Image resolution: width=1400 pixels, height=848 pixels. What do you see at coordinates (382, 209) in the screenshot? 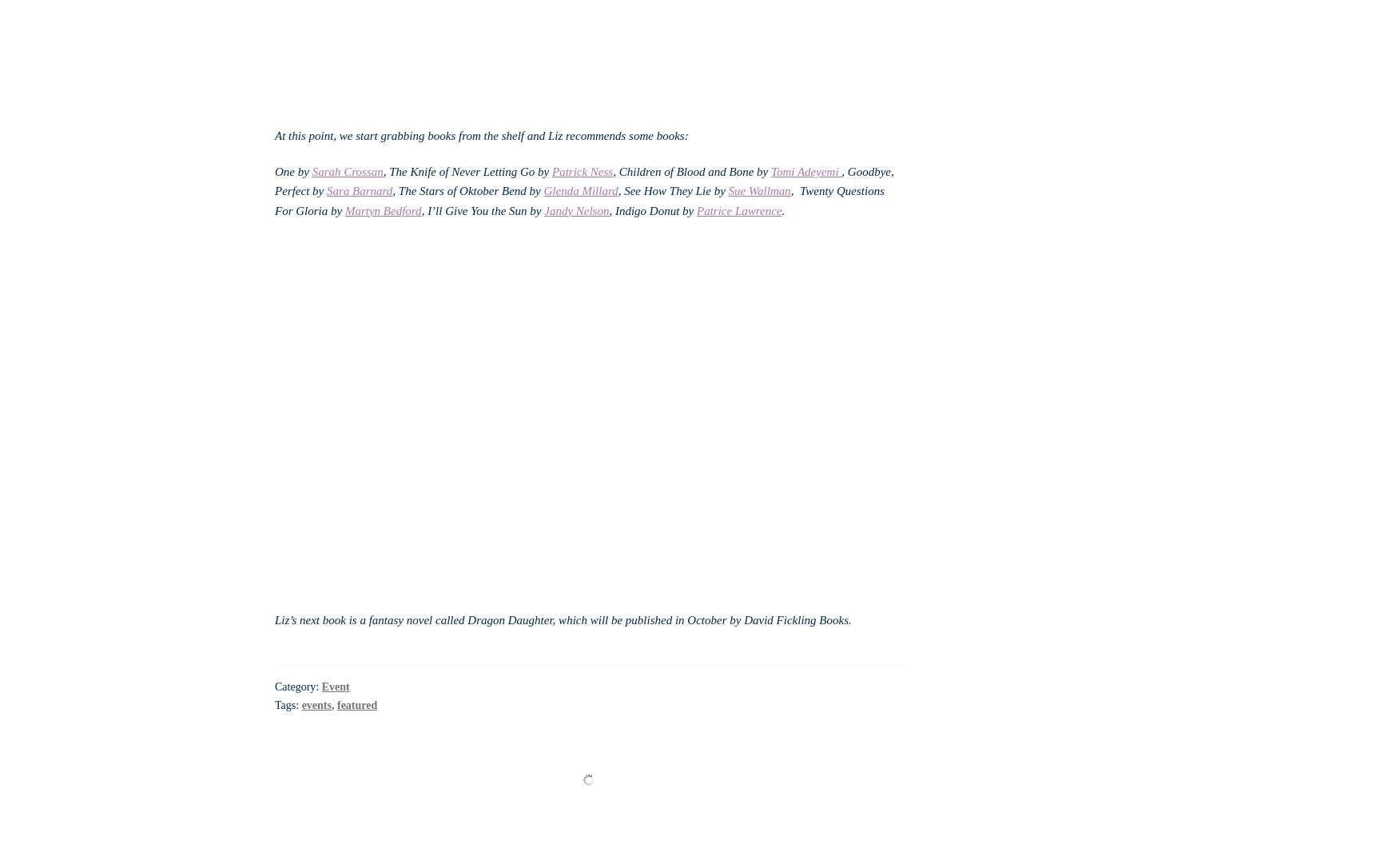
I see `'Martyn Bedford'` at bounding box center [382, 209].